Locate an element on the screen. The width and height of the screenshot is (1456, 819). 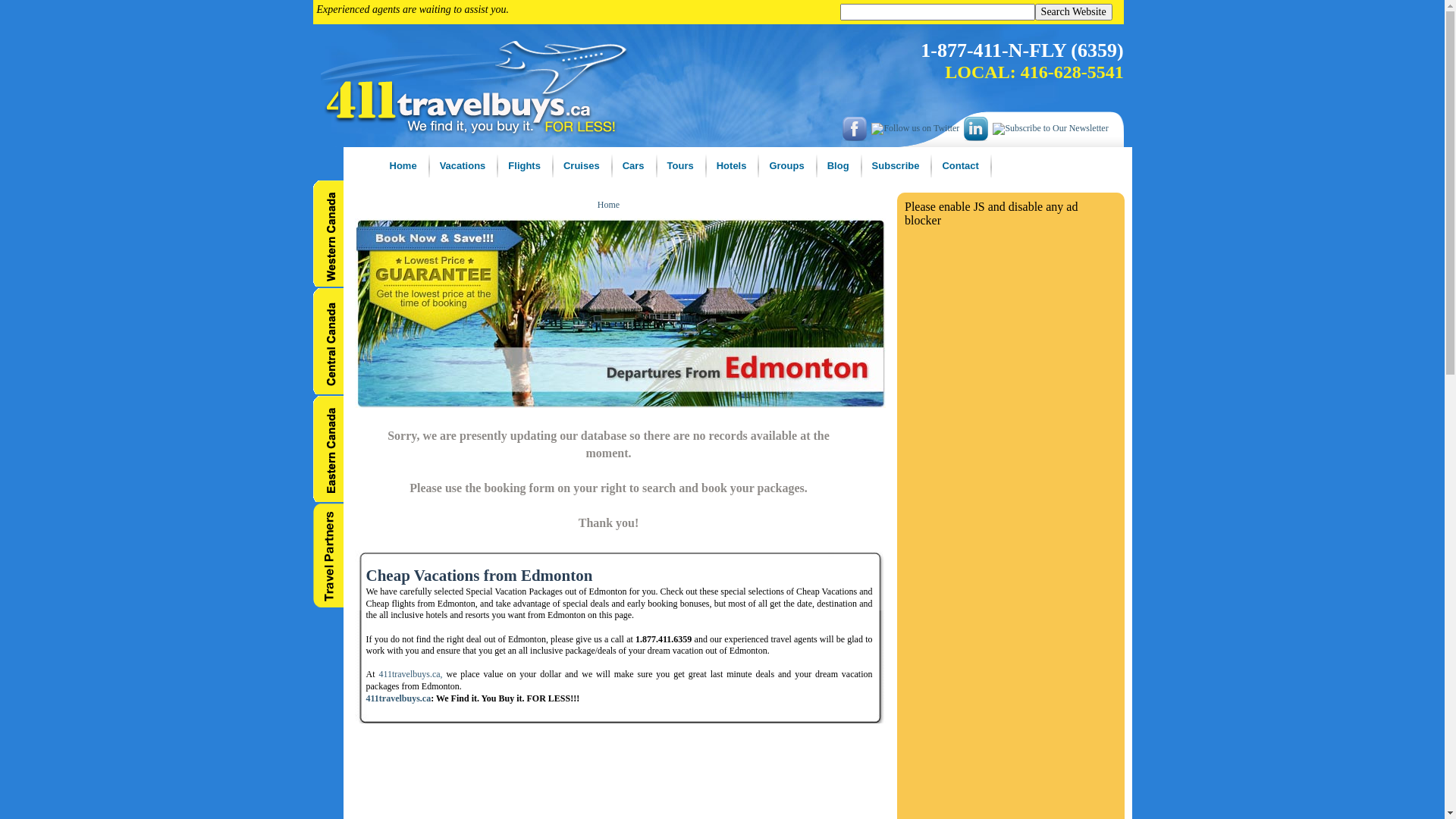
'Subscribe' is located at coordinates (896, 166).